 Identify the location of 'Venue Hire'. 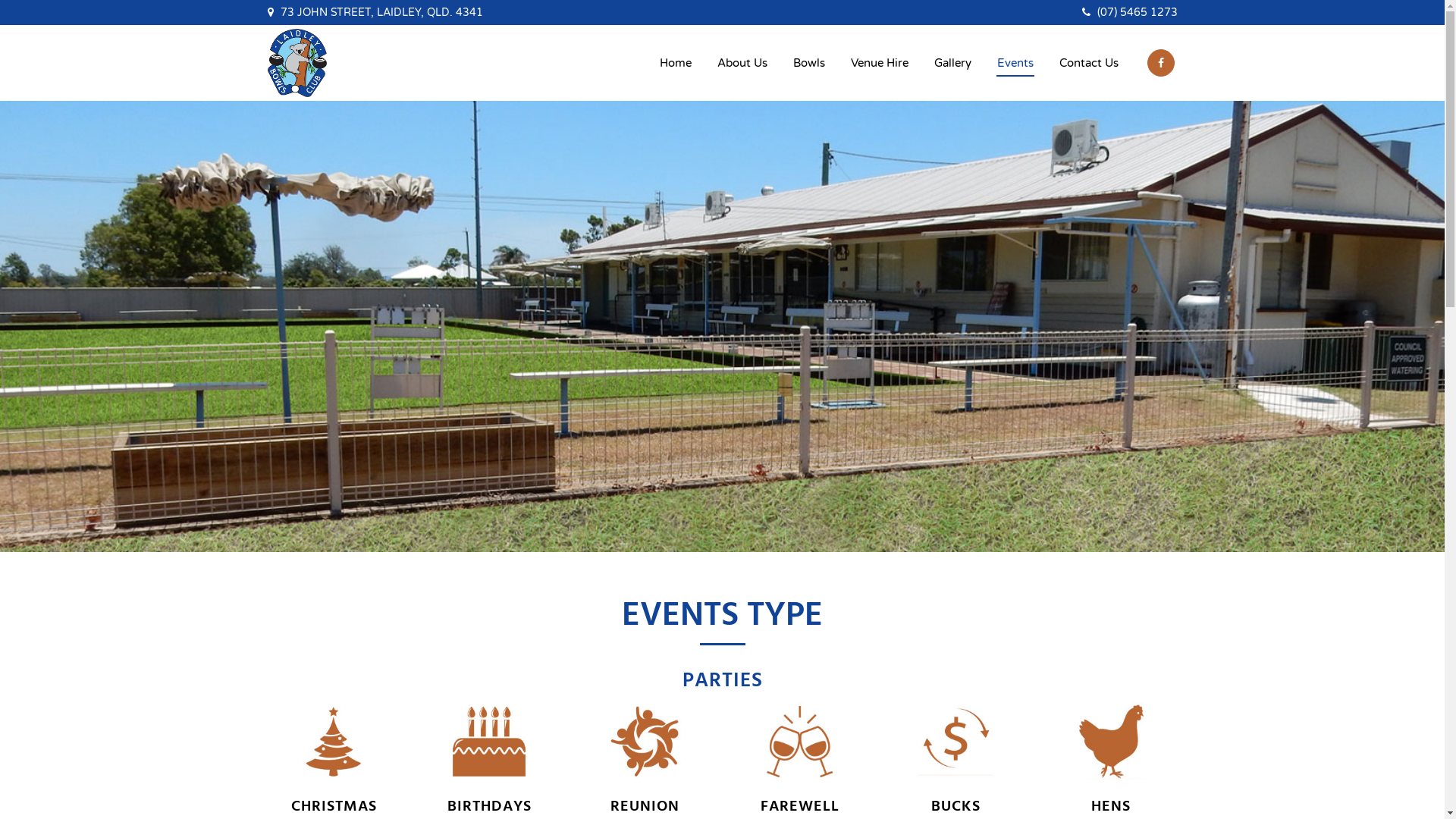
(836, 62).